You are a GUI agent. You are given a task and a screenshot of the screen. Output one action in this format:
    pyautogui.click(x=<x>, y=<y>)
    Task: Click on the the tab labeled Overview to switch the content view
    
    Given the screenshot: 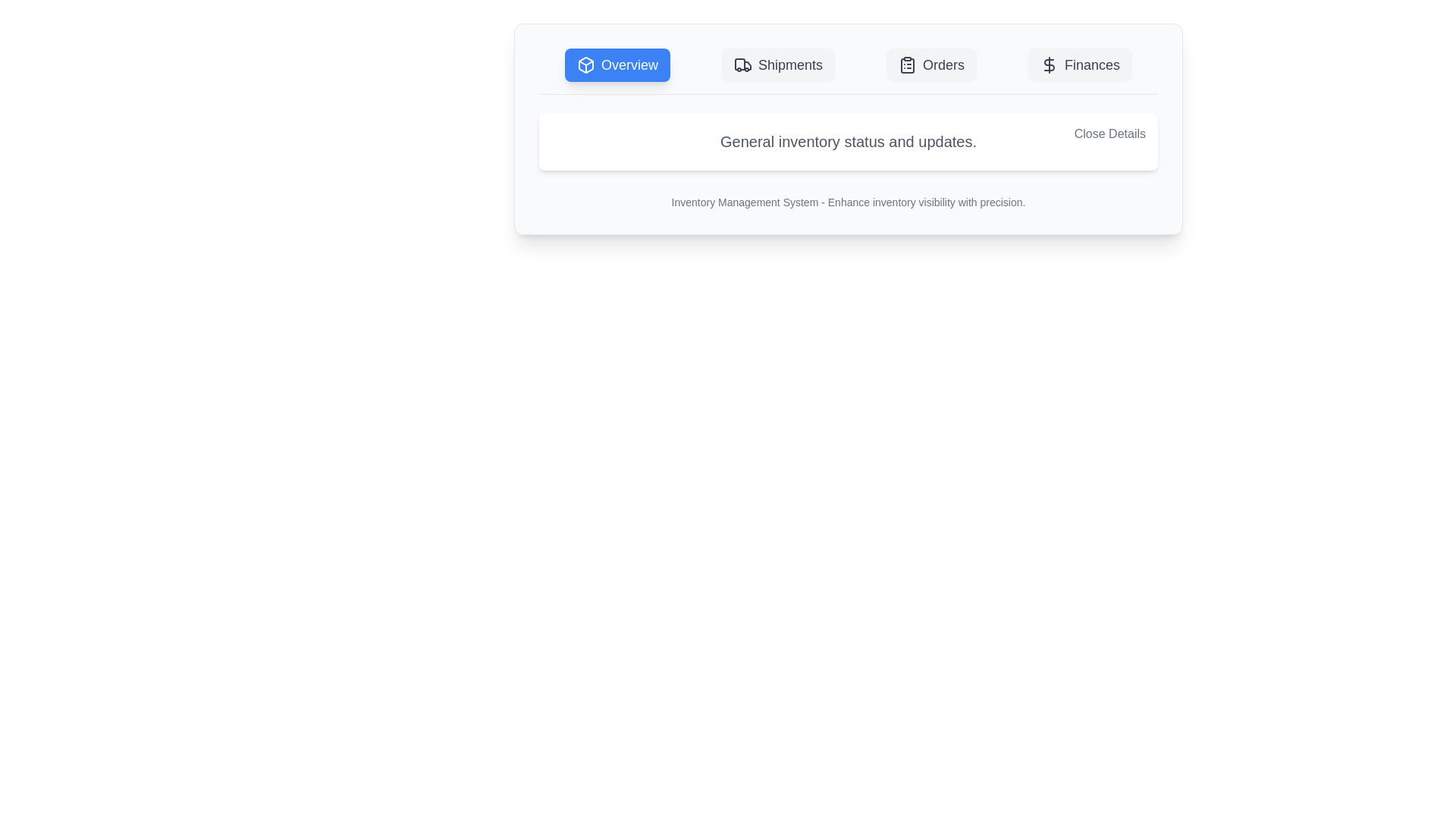 What is the action you would take?
    pyautogui.click(x=617, y=64)
    